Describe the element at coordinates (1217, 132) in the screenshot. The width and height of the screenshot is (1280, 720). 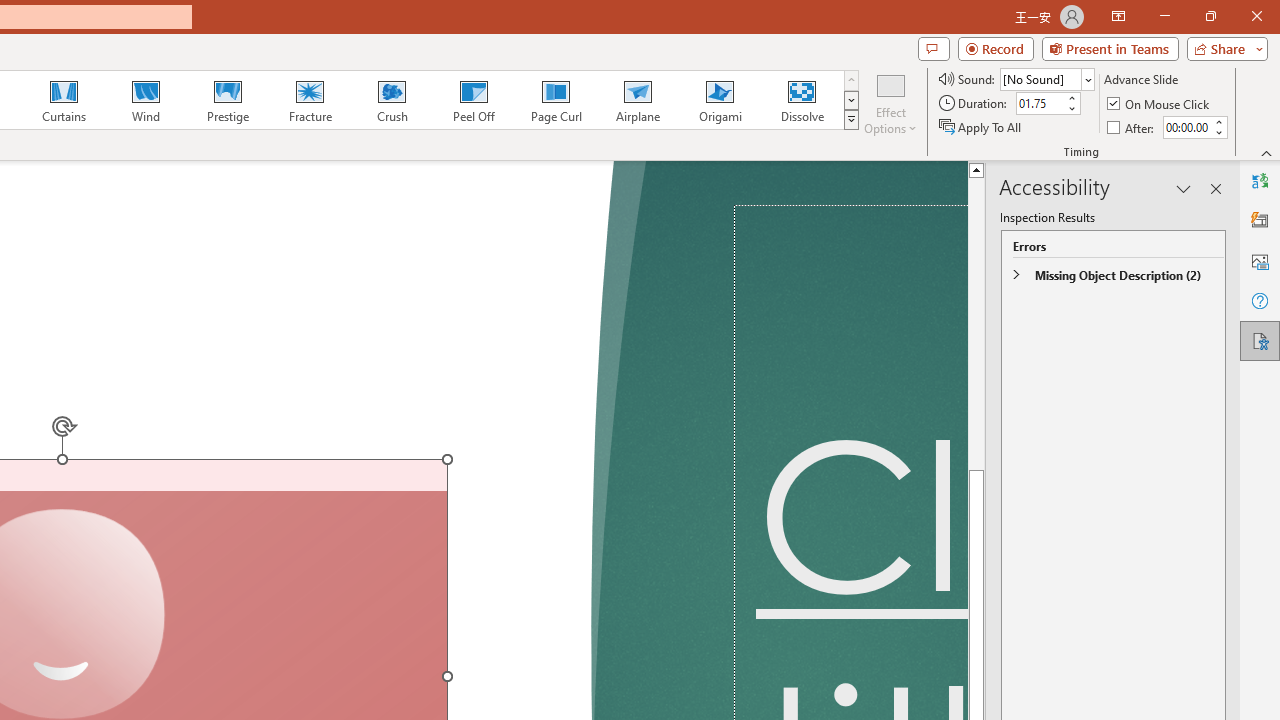
I see `'Less'` at that location.